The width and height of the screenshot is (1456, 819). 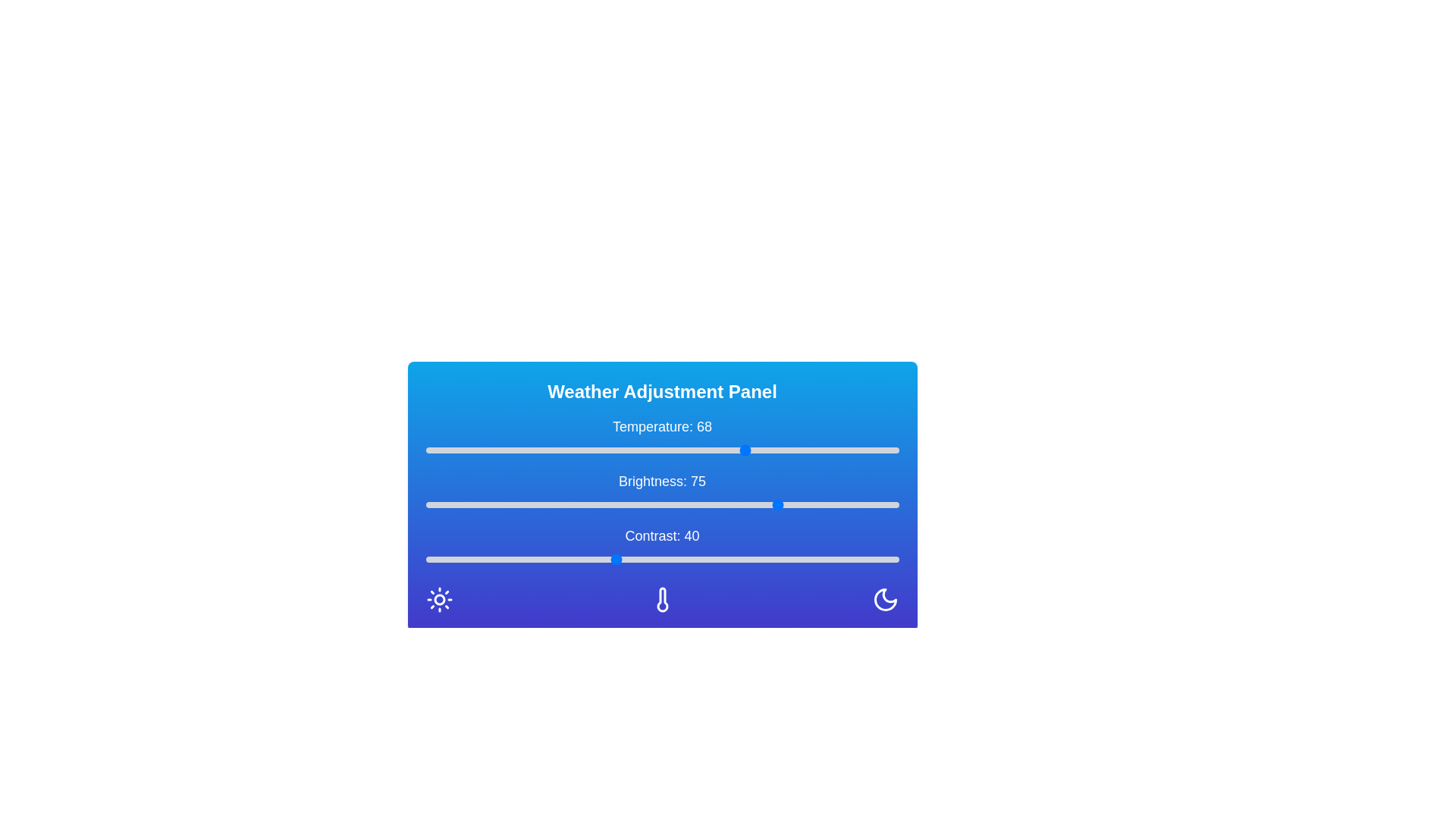 I want to click on the Sun icon in the Weather Adjustment Panel, so click(x=438, y=598).